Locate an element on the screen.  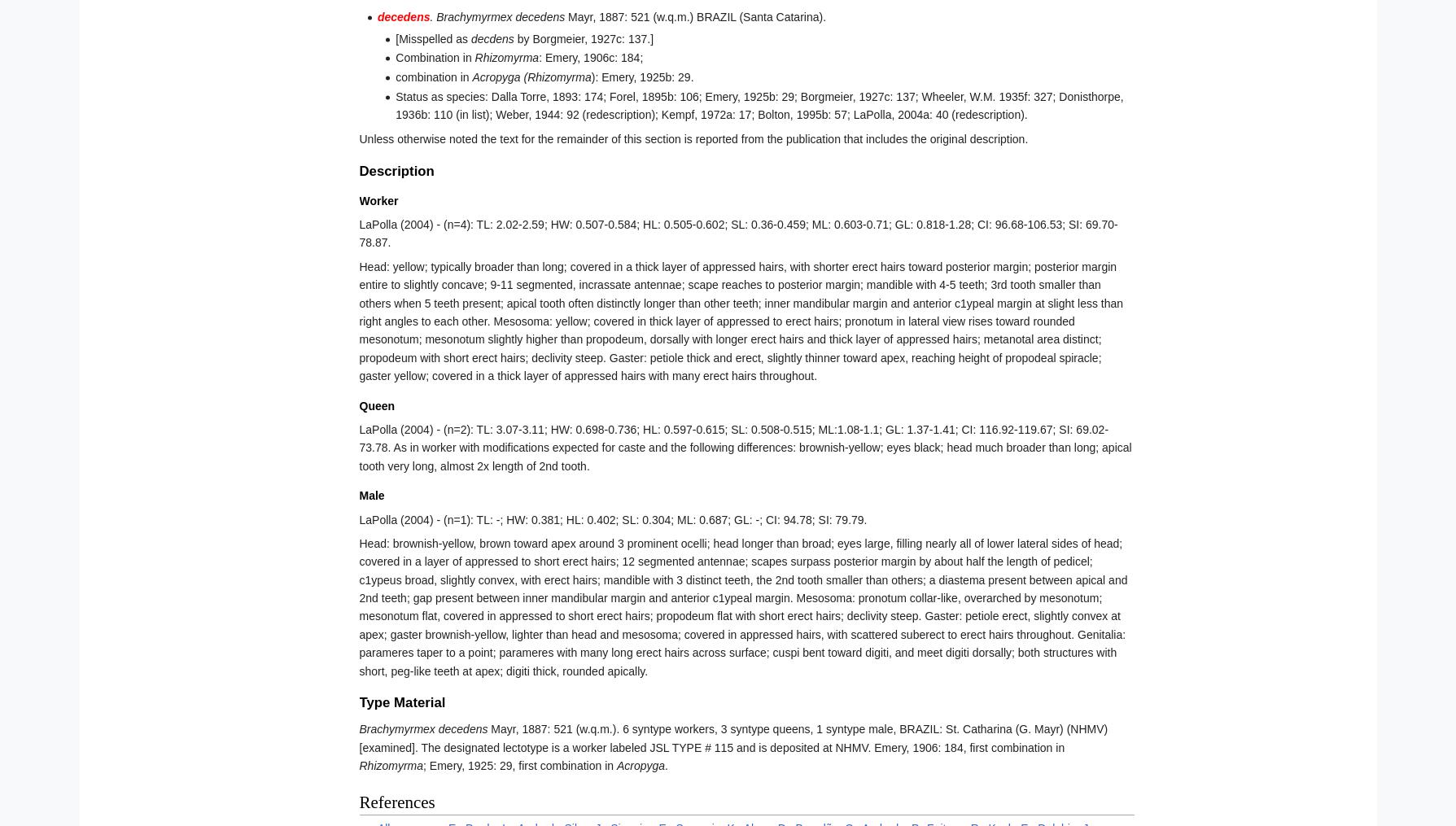
'Mayr, 1887: 521 (w.q.m.). 6 syntype workers, 3 syntype queens, 1 syntype male, BRAZIL: St. Catharina (G. Mayr) (NHMV) [examined]. The designated lectotype is a worker labeled JSL TYPE # 115 and is deposited at NHMV. Emery, 1906: 184, first combination in' is located at coordinates (357, 737).